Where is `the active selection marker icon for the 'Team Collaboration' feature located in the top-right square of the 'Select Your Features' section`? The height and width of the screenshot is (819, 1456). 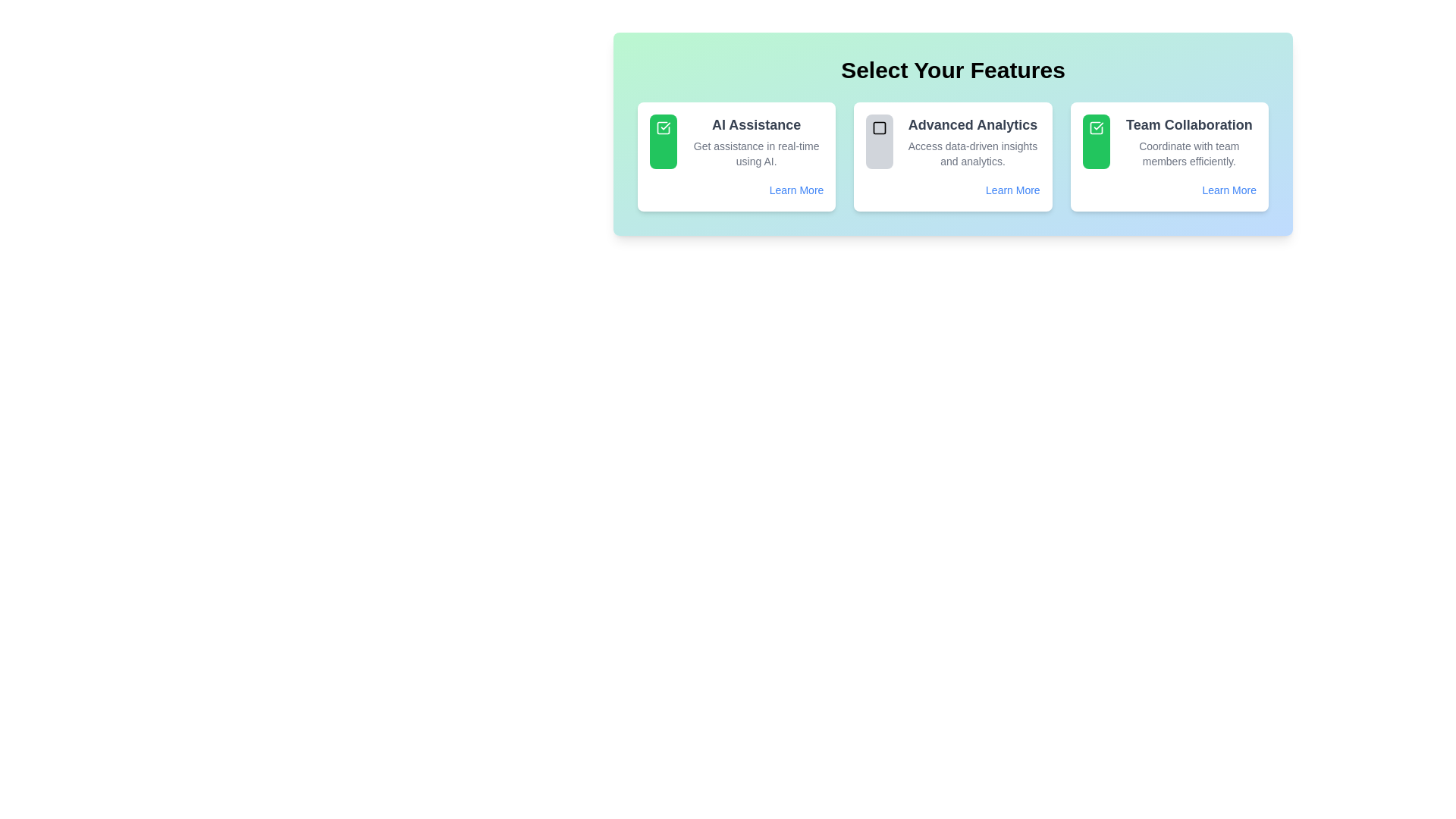
the active selection marker icon for the 'Team Collaboration' feature located in the top-right square of the 'Select Your Features' section is located at coordinates (1096, 127).